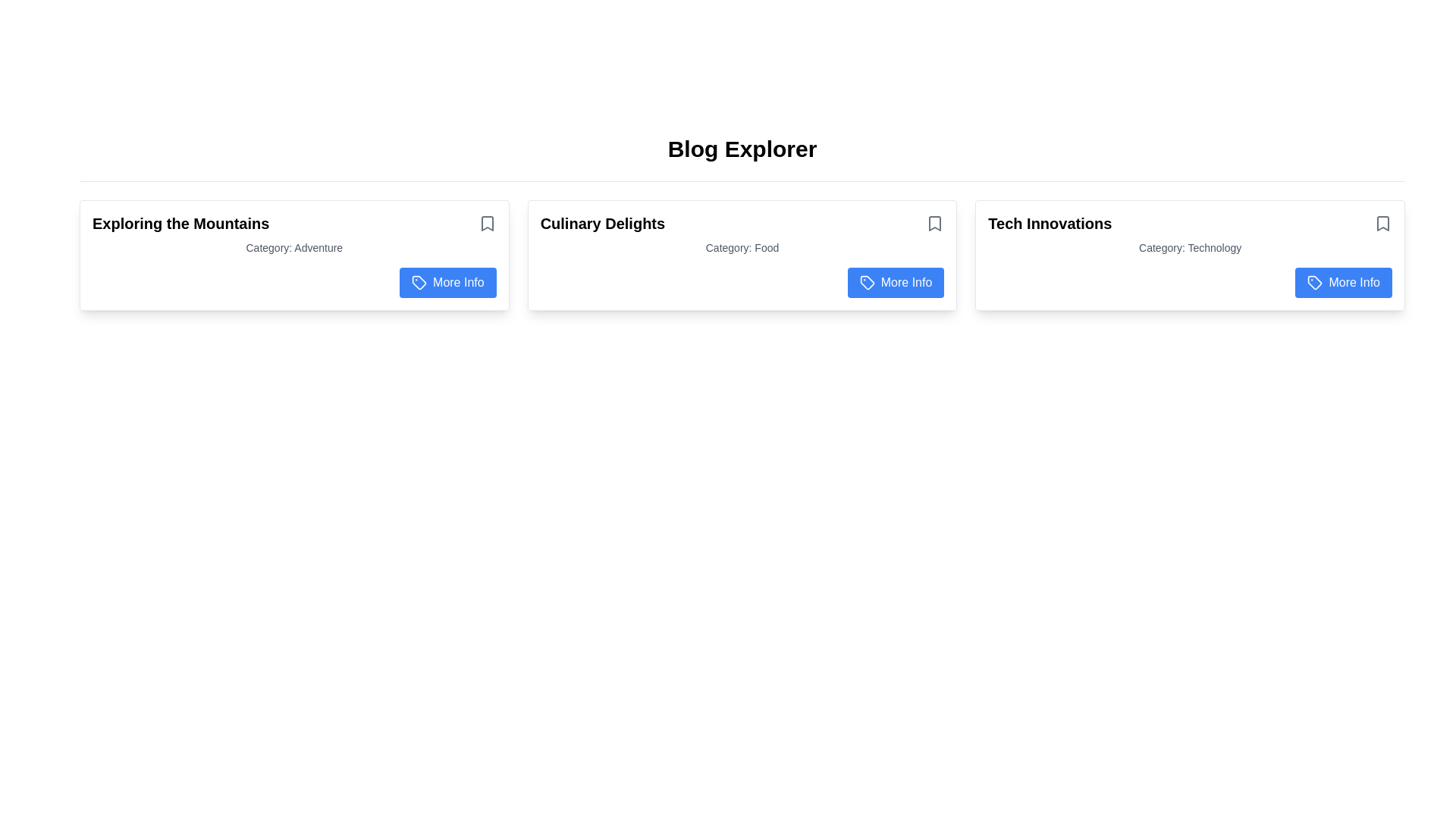 This screenshot has height=819, width=1456. What do you see at coordinates (742, 149) in the screenshot?
I see `text of the header or title positioned at the center of the topmost section of the page` at bounding box center [742, 149].